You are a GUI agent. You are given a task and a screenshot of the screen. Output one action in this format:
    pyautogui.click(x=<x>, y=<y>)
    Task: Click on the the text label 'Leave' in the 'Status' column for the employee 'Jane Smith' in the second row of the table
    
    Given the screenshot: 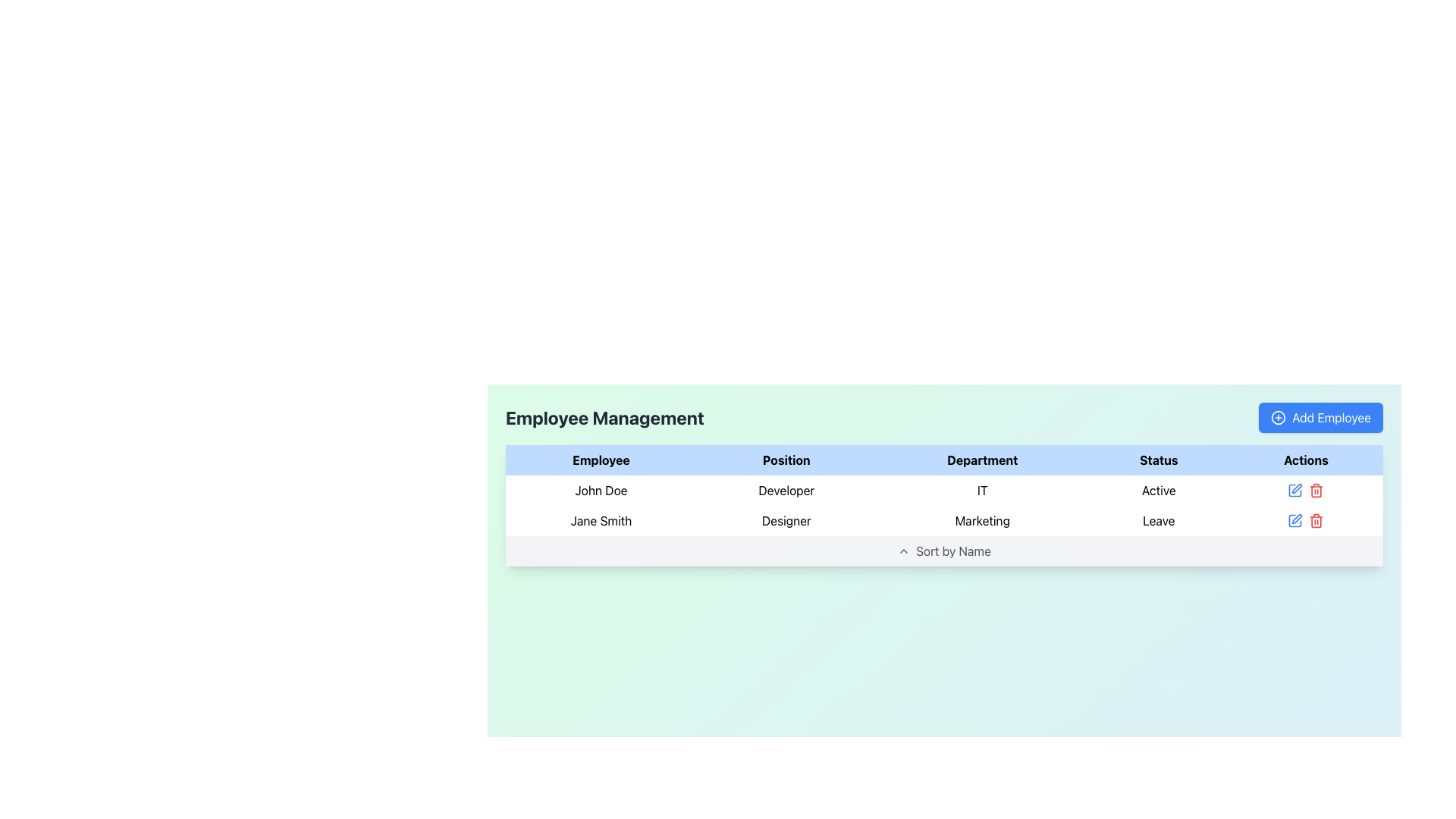 What is the action you would take?
    pyautogui.click(x=1158, y=519)
    